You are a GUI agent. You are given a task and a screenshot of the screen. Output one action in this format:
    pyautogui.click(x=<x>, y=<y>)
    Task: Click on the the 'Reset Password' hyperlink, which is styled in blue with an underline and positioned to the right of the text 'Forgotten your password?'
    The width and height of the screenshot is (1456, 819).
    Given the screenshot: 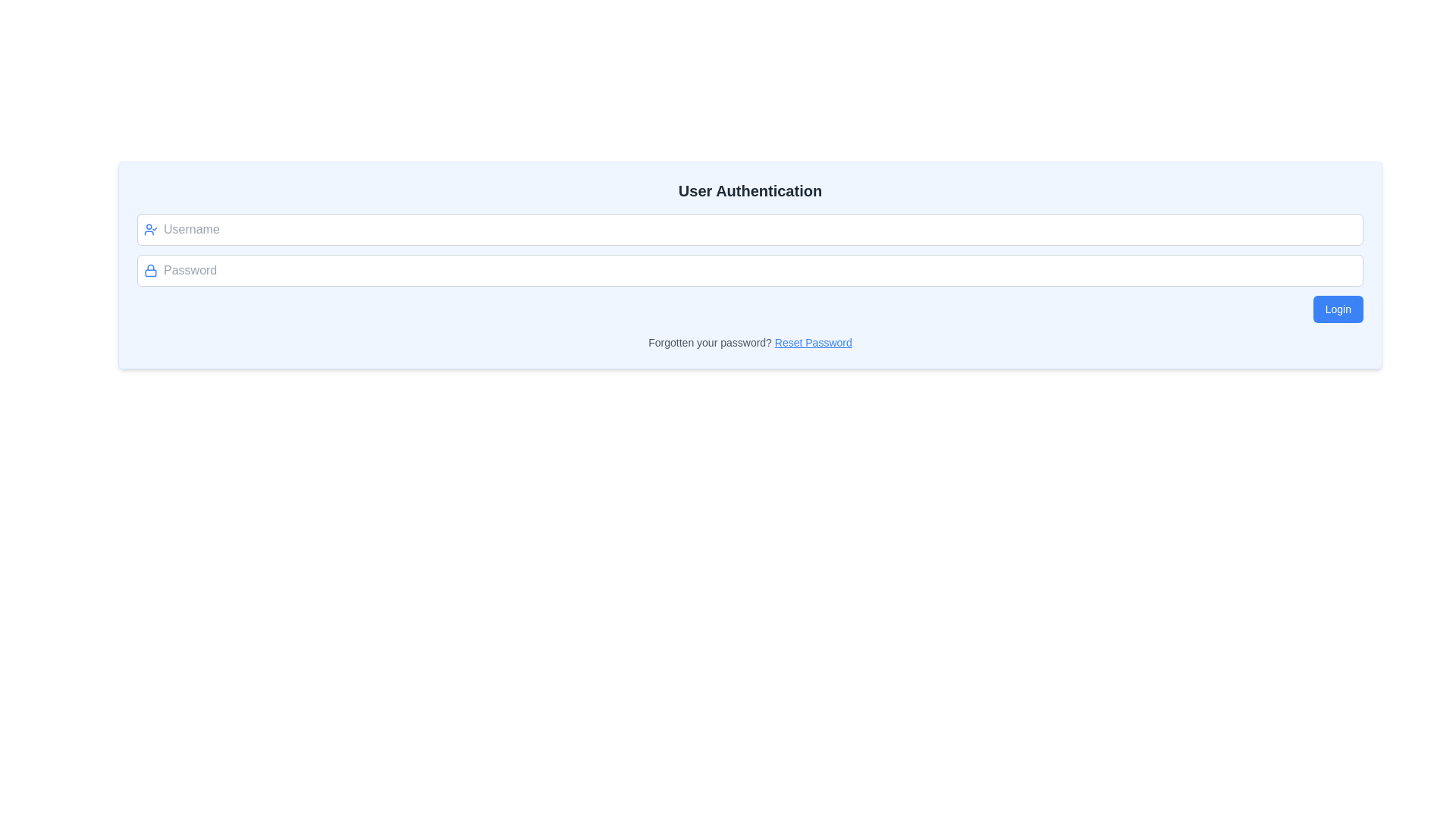 What is the action you would take?
    pyautogui.click(x=812, y=342)
    